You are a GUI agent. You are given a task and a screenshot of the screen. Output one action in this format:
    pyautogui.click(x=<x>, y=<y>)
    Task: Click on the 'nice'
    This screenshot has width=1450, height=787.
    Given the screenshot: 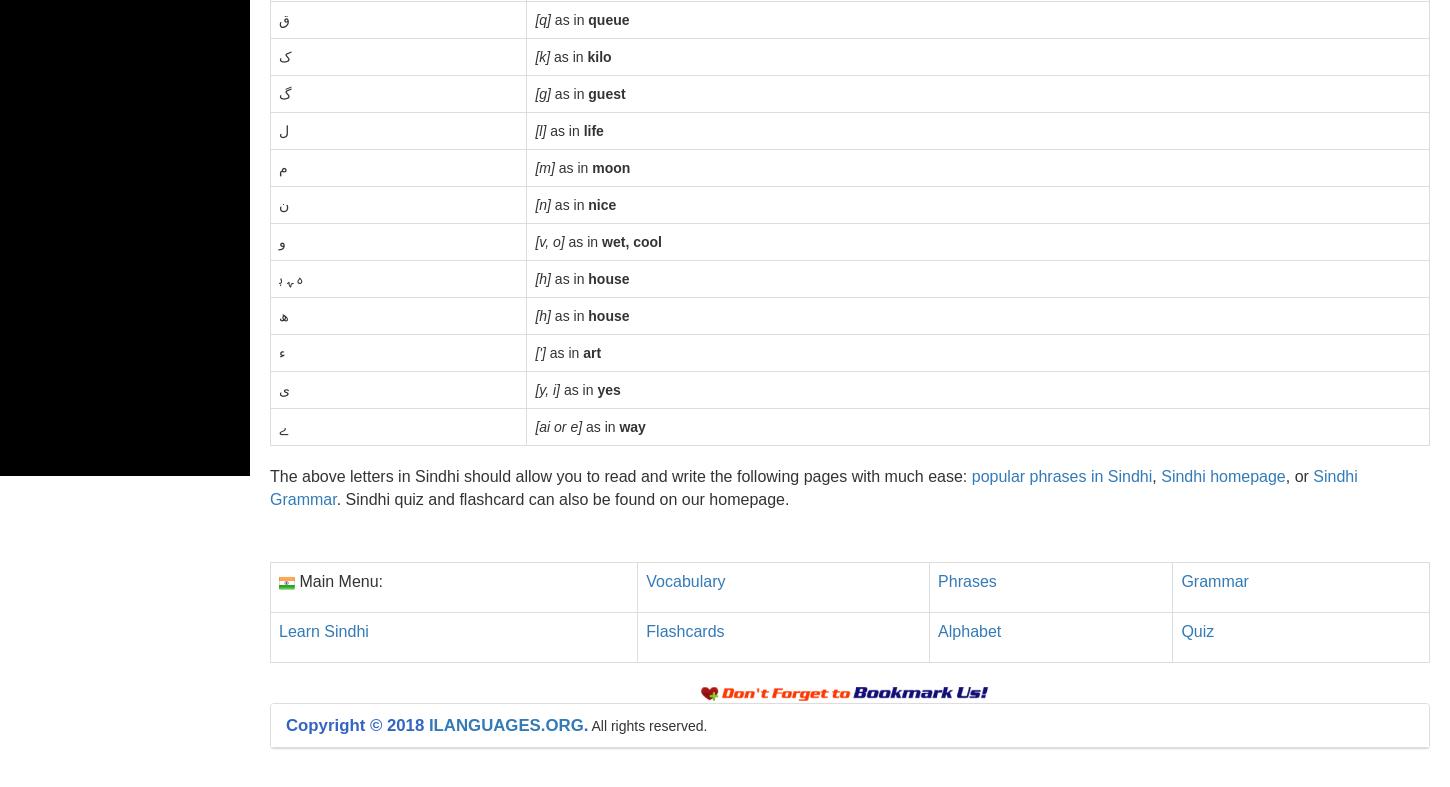 What is the action you would take?
    pyautogui.click(x=587, y=205)
    